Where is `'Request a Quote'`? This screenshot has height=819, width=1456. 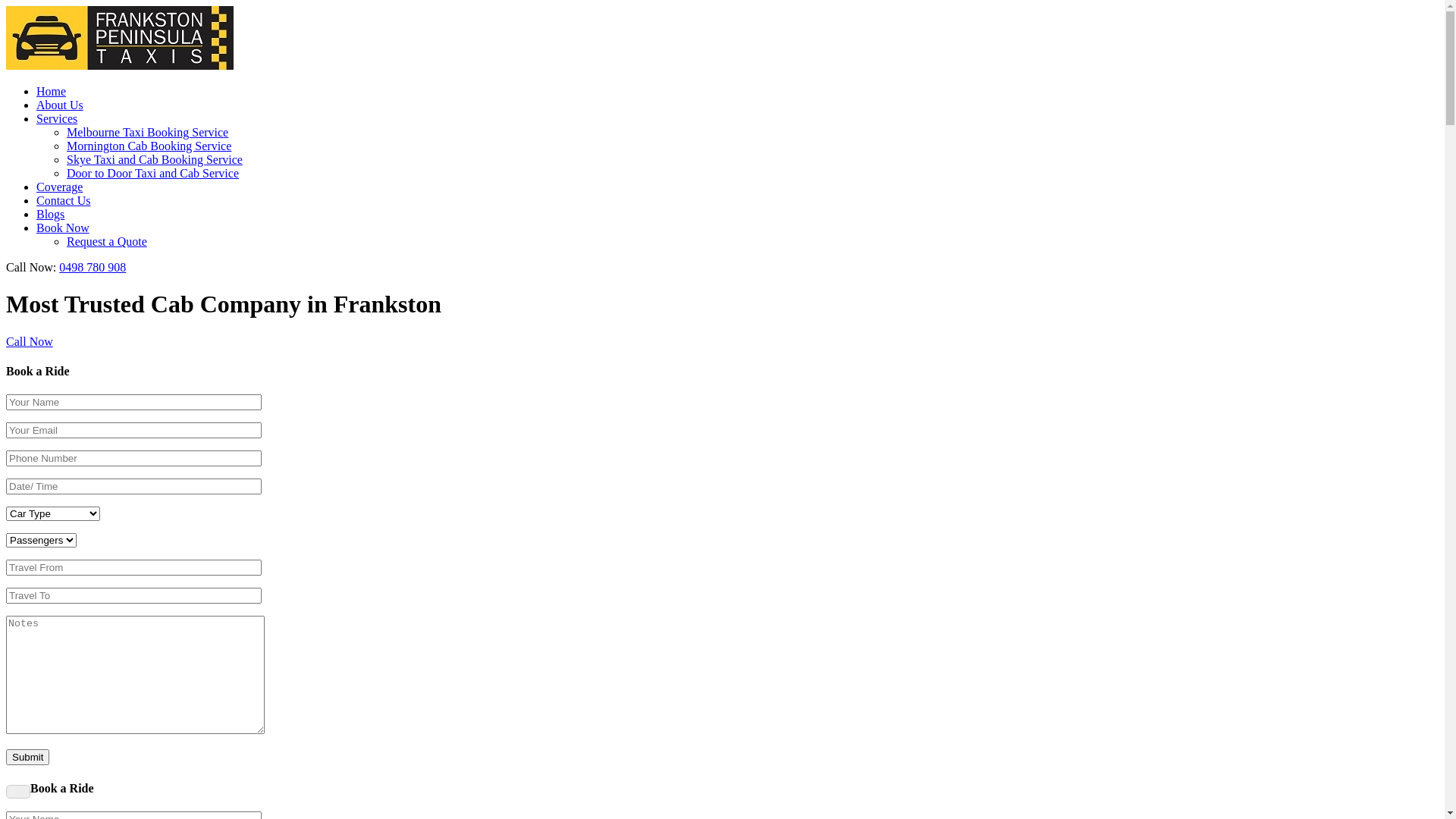
'Request a Quote' is located at coordinates (105, 240).